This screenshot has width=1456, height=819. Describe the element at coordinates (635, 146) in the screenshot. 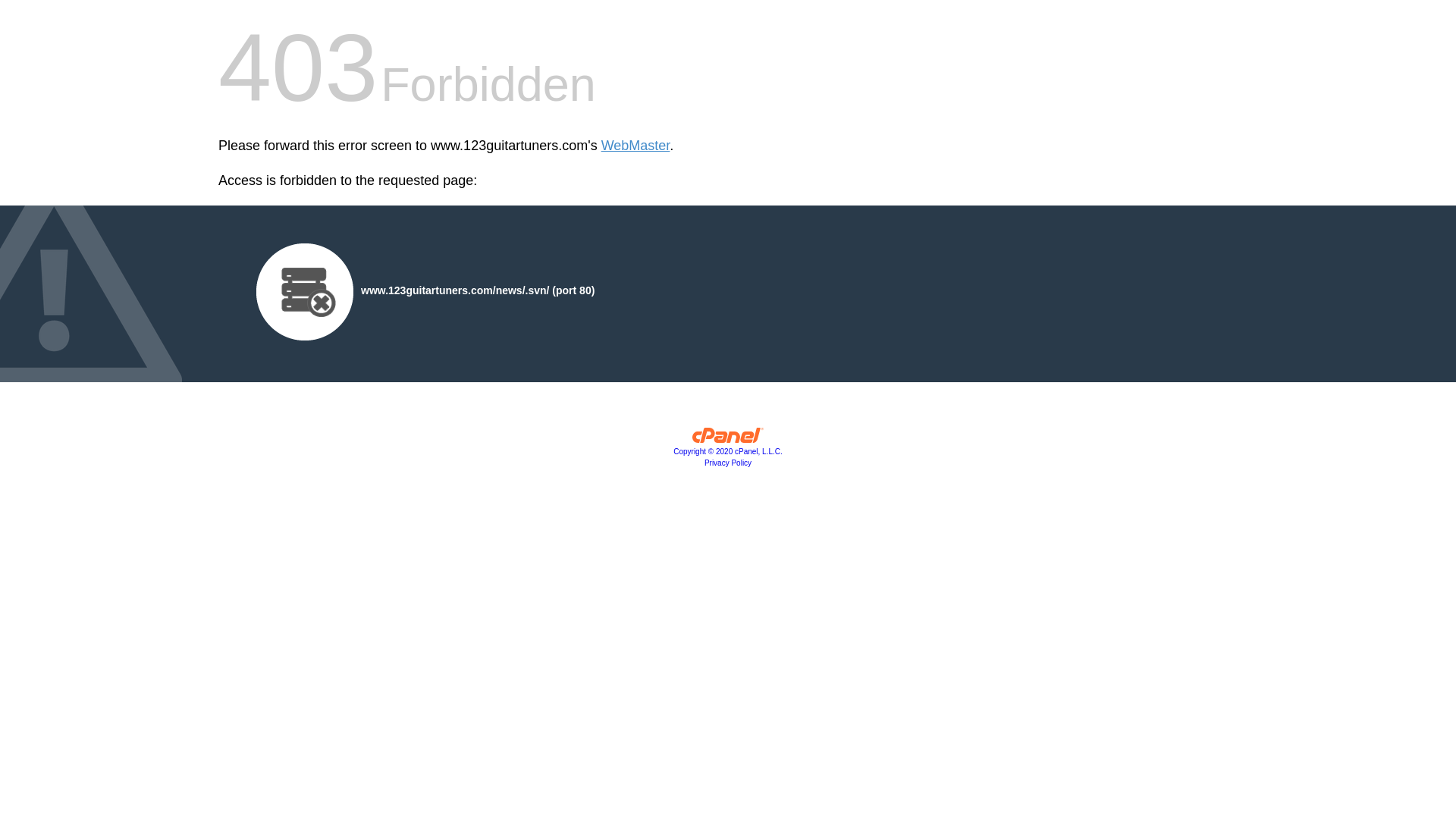

I see `'WebMaster'` at that location.